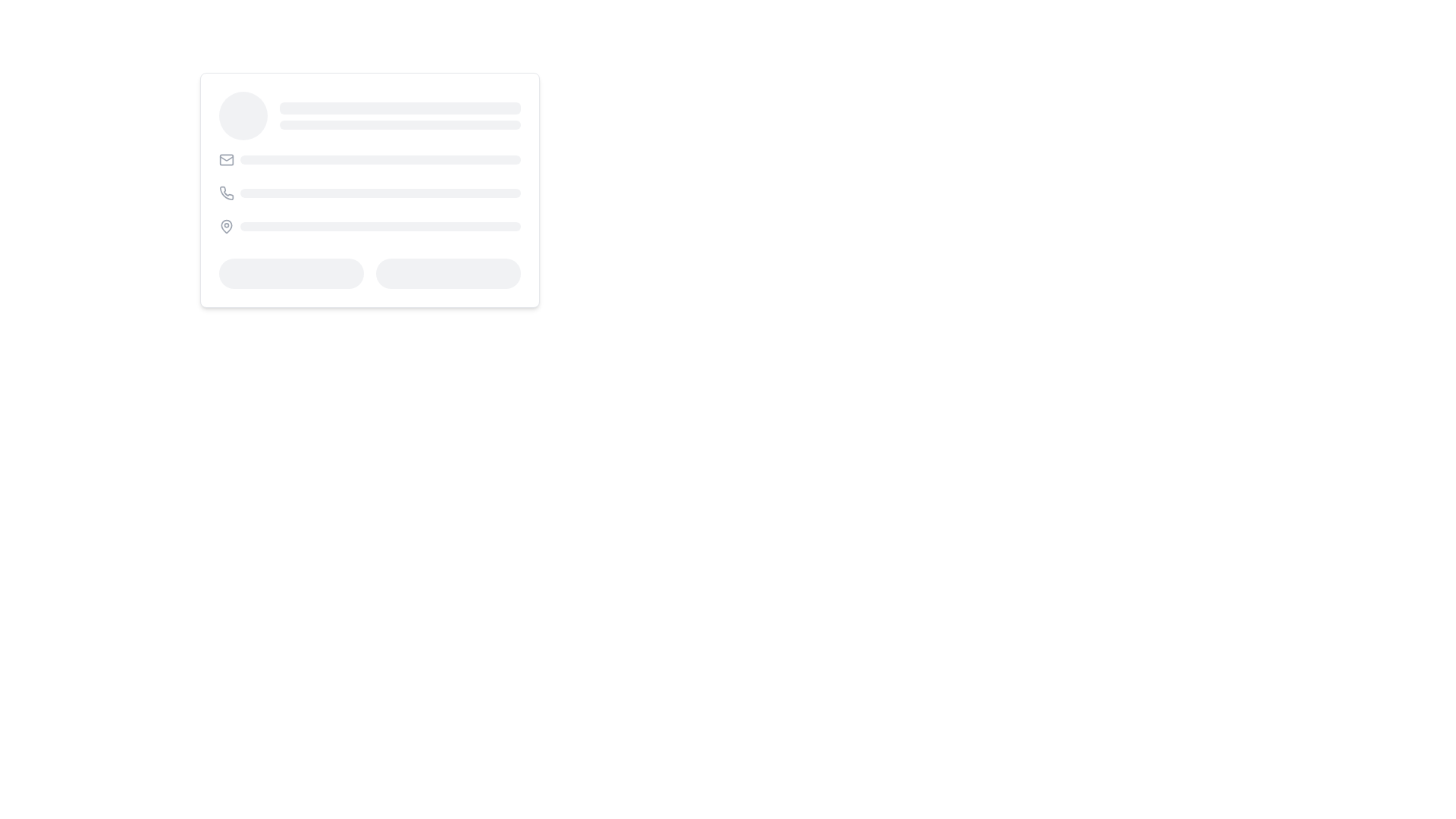  What do you see at coordinates (226, 192) in the screenshot?
I see `the small light gray phone icon with rounded edges, which is positioned to the left of a set of vertically aligned text lines` at bounding box center [226, 192].